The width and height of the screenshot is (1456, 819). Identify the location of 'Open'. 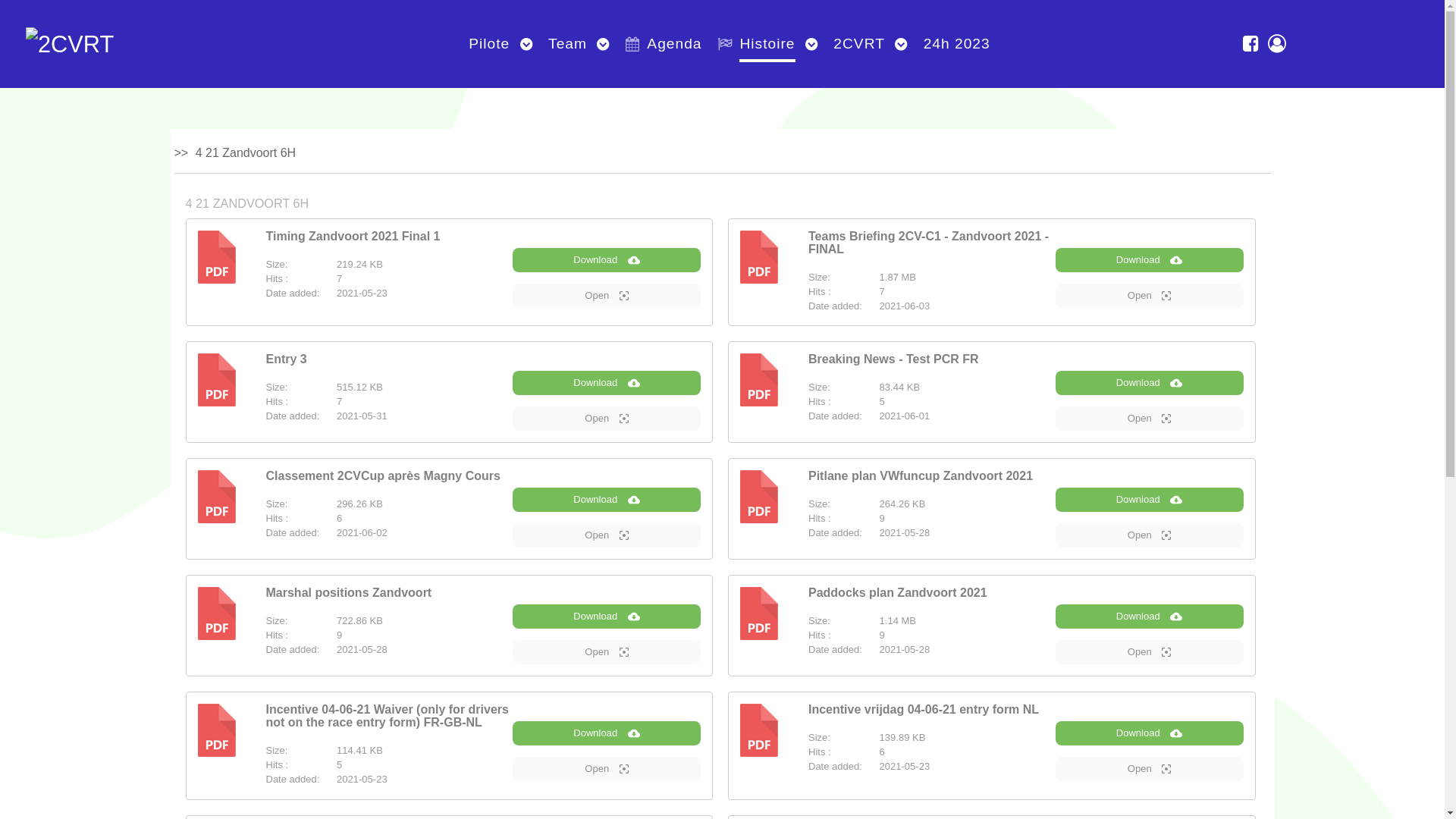
(1150, 769).